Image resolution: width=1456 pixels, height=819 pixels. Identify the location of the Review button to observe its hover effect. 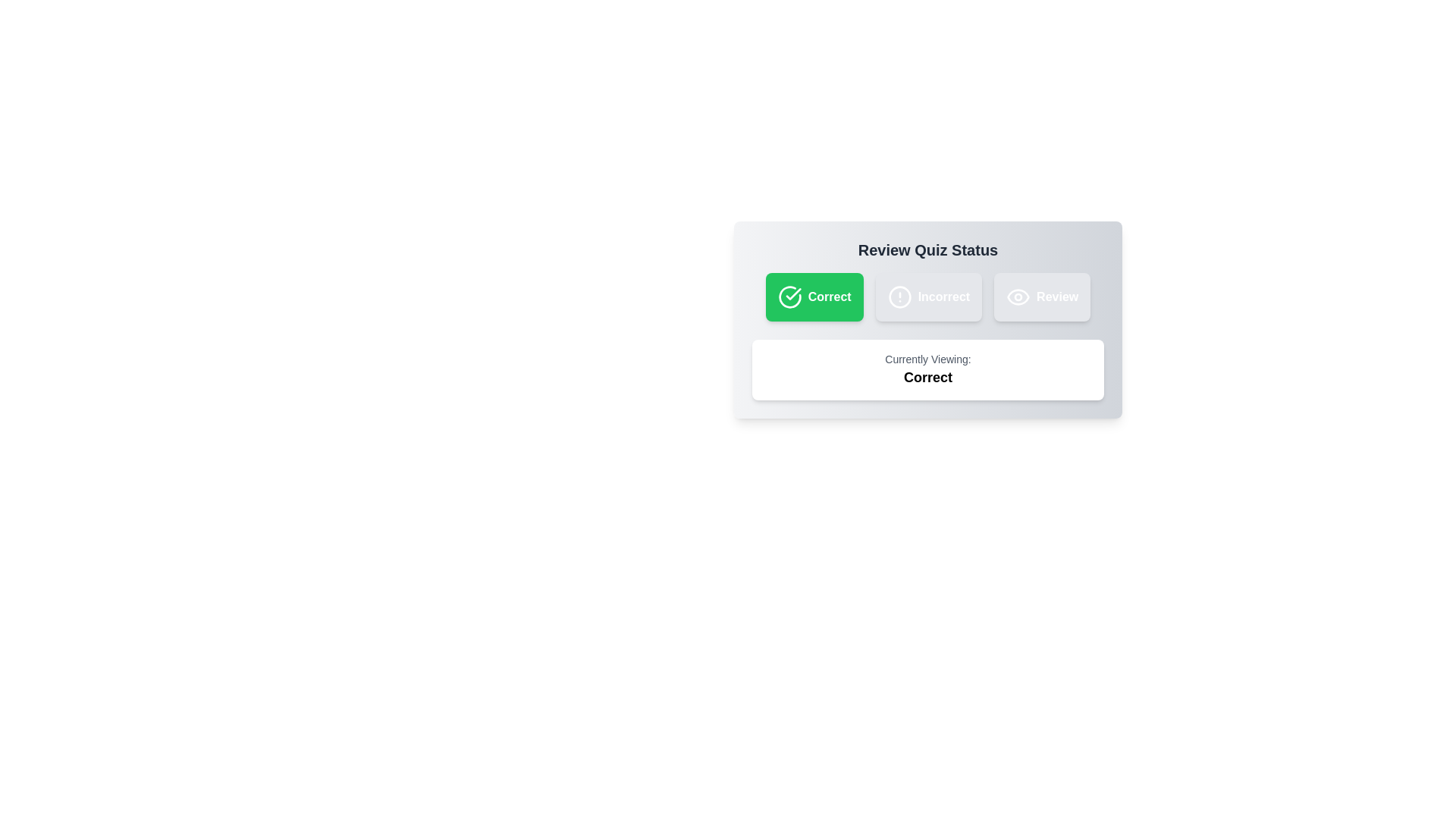
(1041, 297).